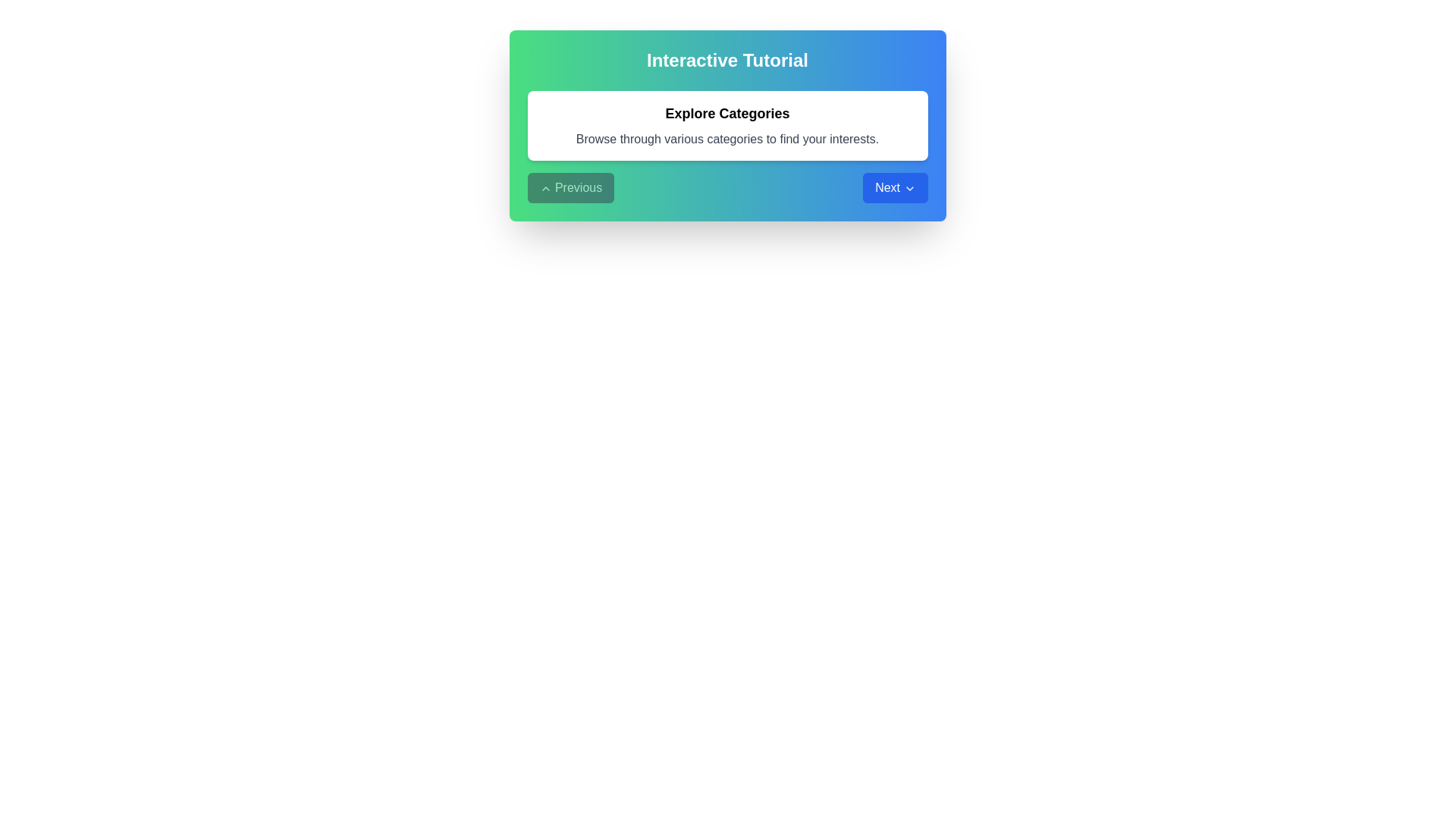 This screenshot has width=1456, height=819. Describe the element at coordinates (895, 187) in the screenshot. I see `the 'Next' button to navigate to the next step` at that location.